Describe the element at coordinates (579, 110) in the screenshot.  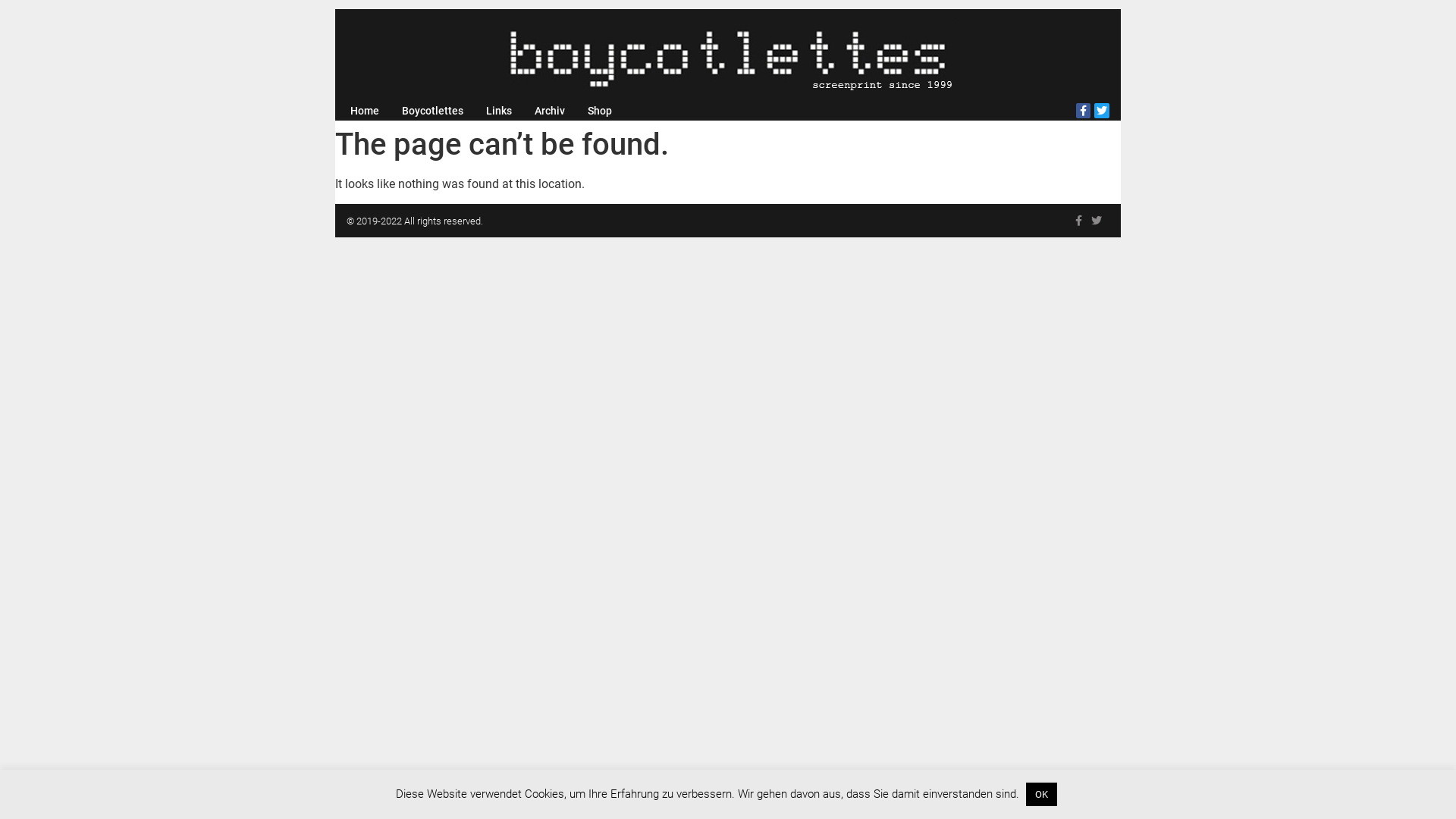
I see `'Shop'` at that location.